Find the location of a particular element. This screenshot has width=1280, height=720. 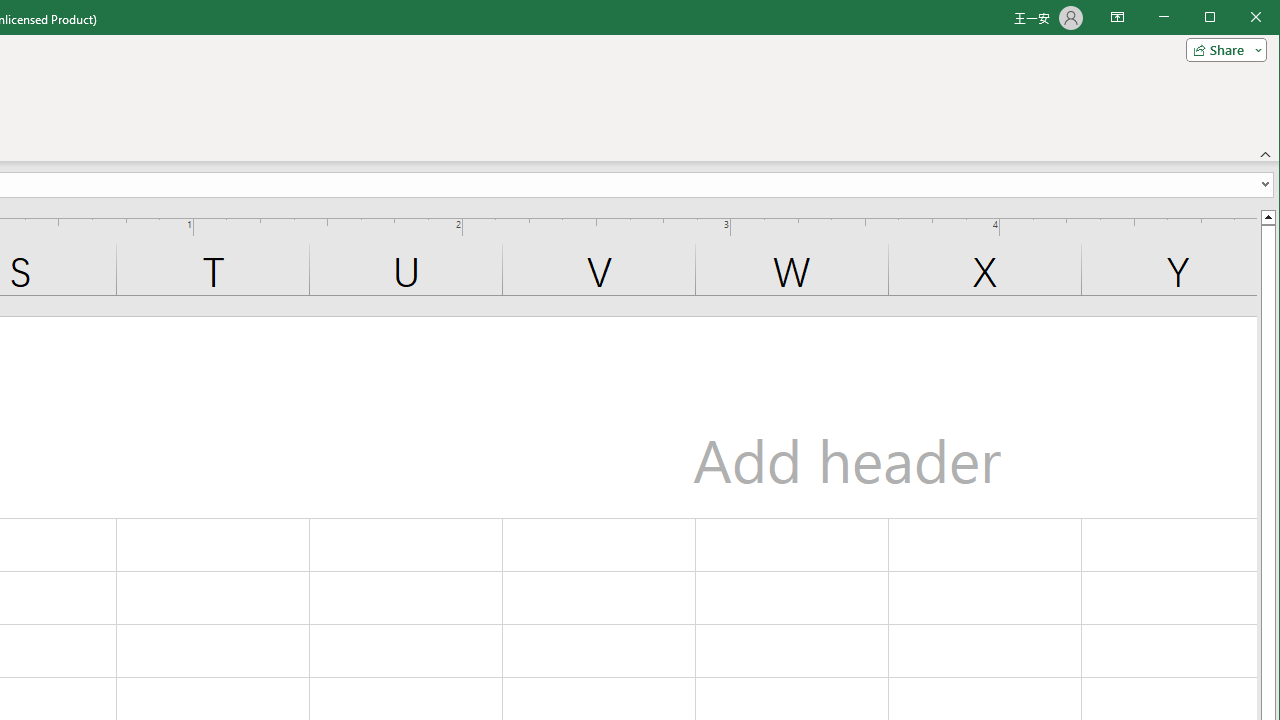

'Minimize' is located at coordinates (1215, 19).